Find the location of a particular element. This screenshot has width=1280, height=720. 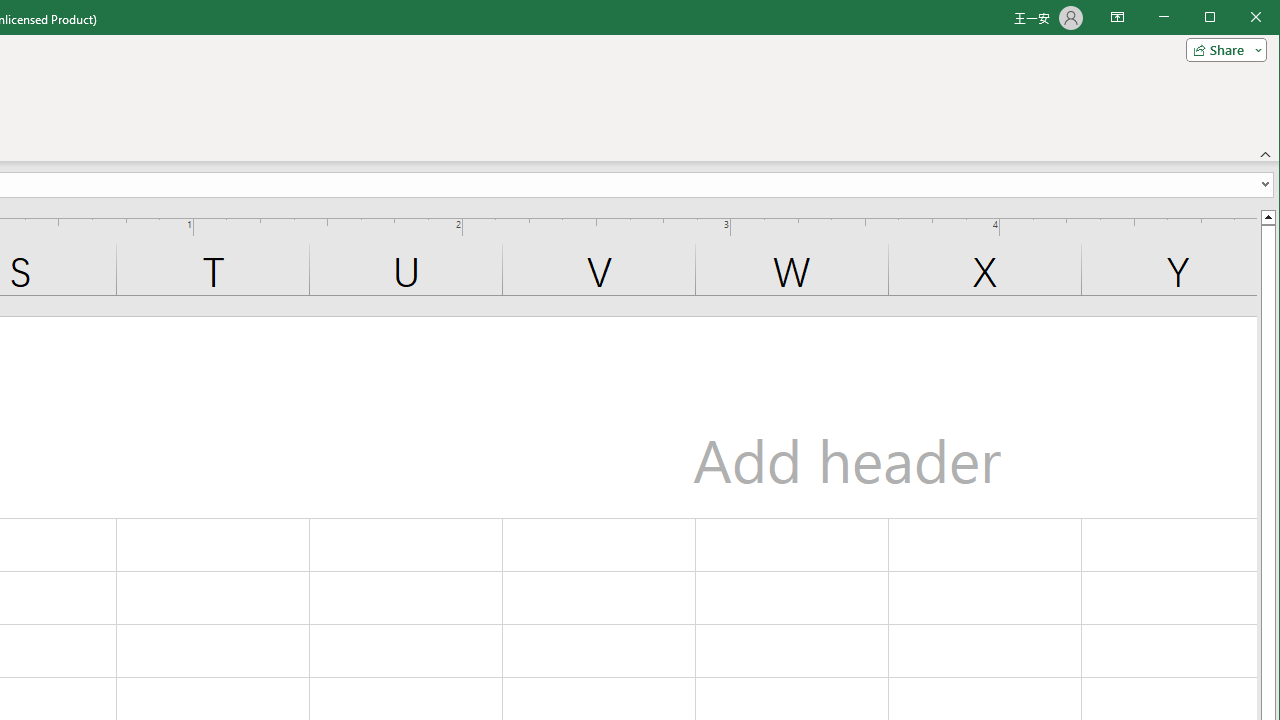

'Minimize' is located at coordinates (1215, 19).